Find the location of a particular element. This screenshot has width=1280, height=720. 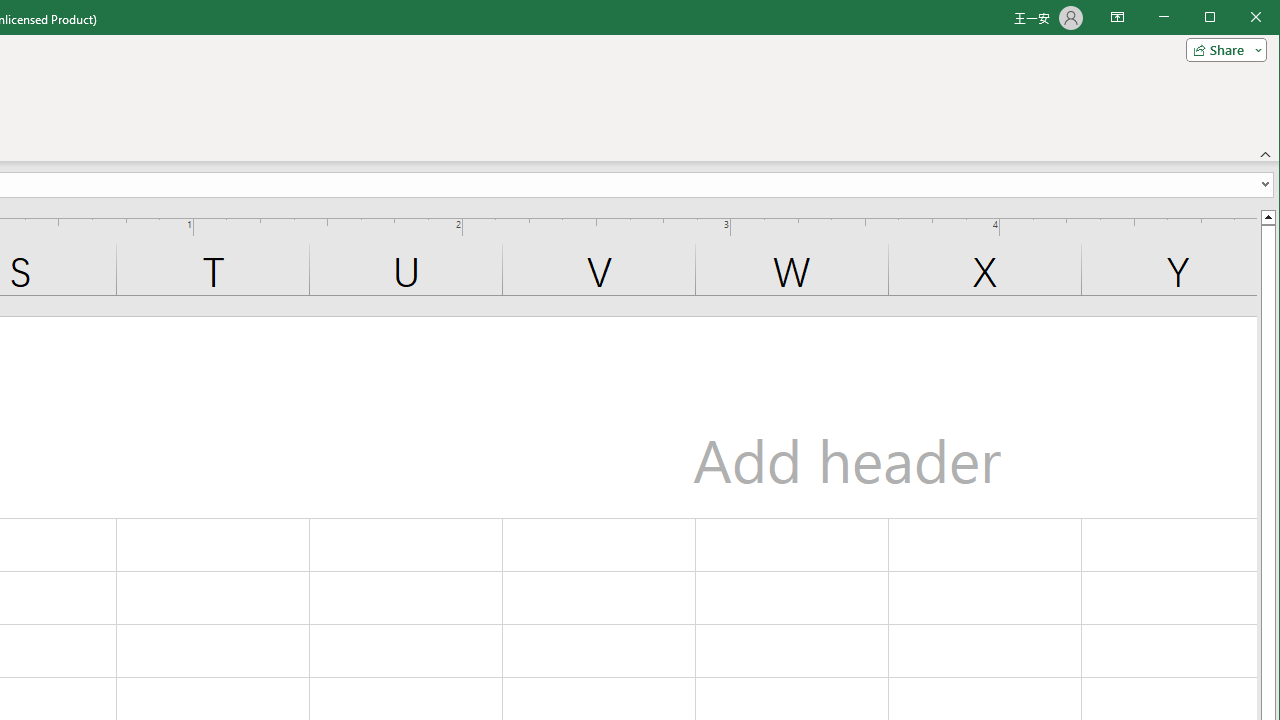

'Minimize' is located at coordinates (1215, 19).